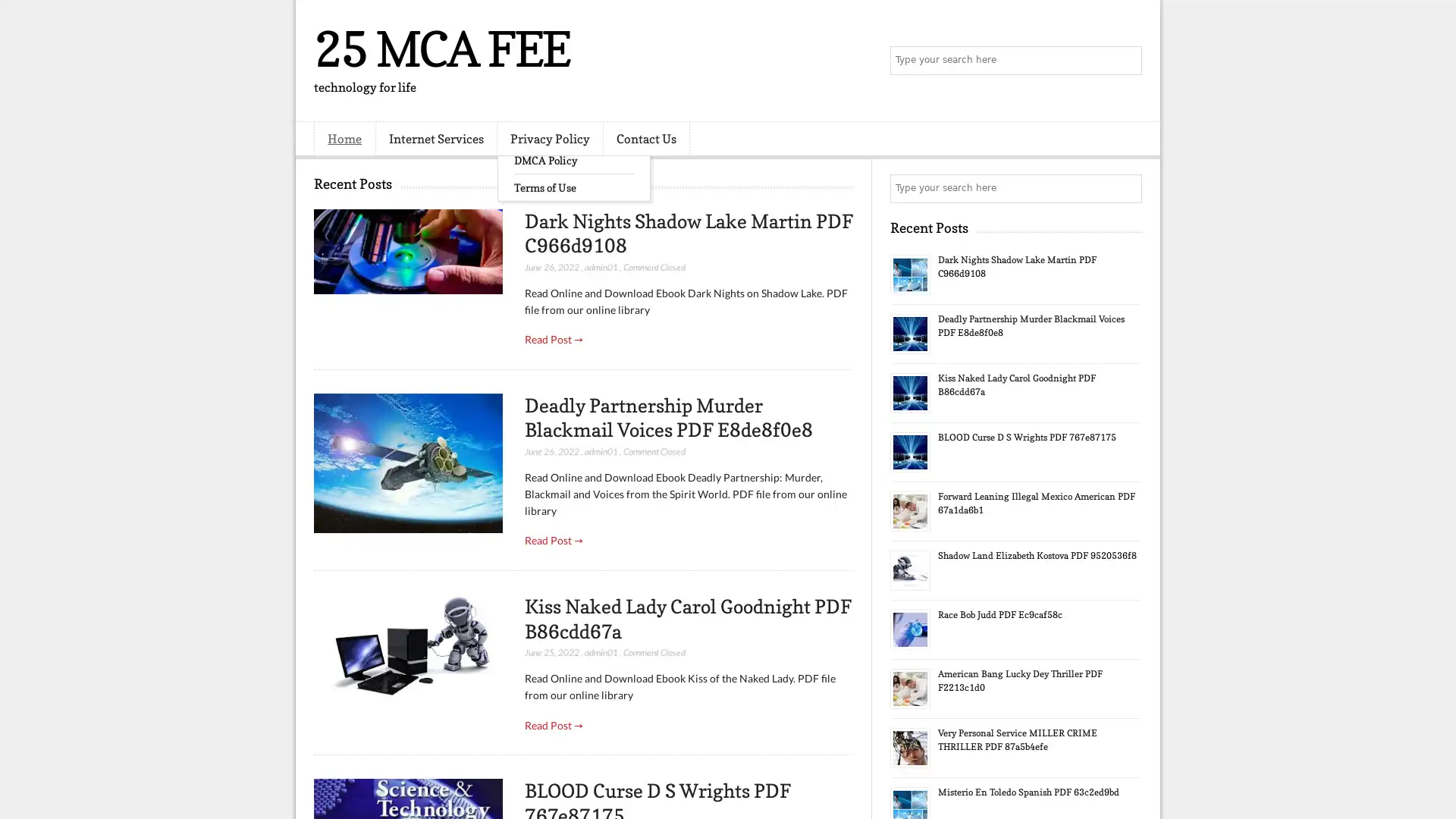 The width and height of the screenshot is (1456, 819). I want to click on Search, so click(1126, 61).